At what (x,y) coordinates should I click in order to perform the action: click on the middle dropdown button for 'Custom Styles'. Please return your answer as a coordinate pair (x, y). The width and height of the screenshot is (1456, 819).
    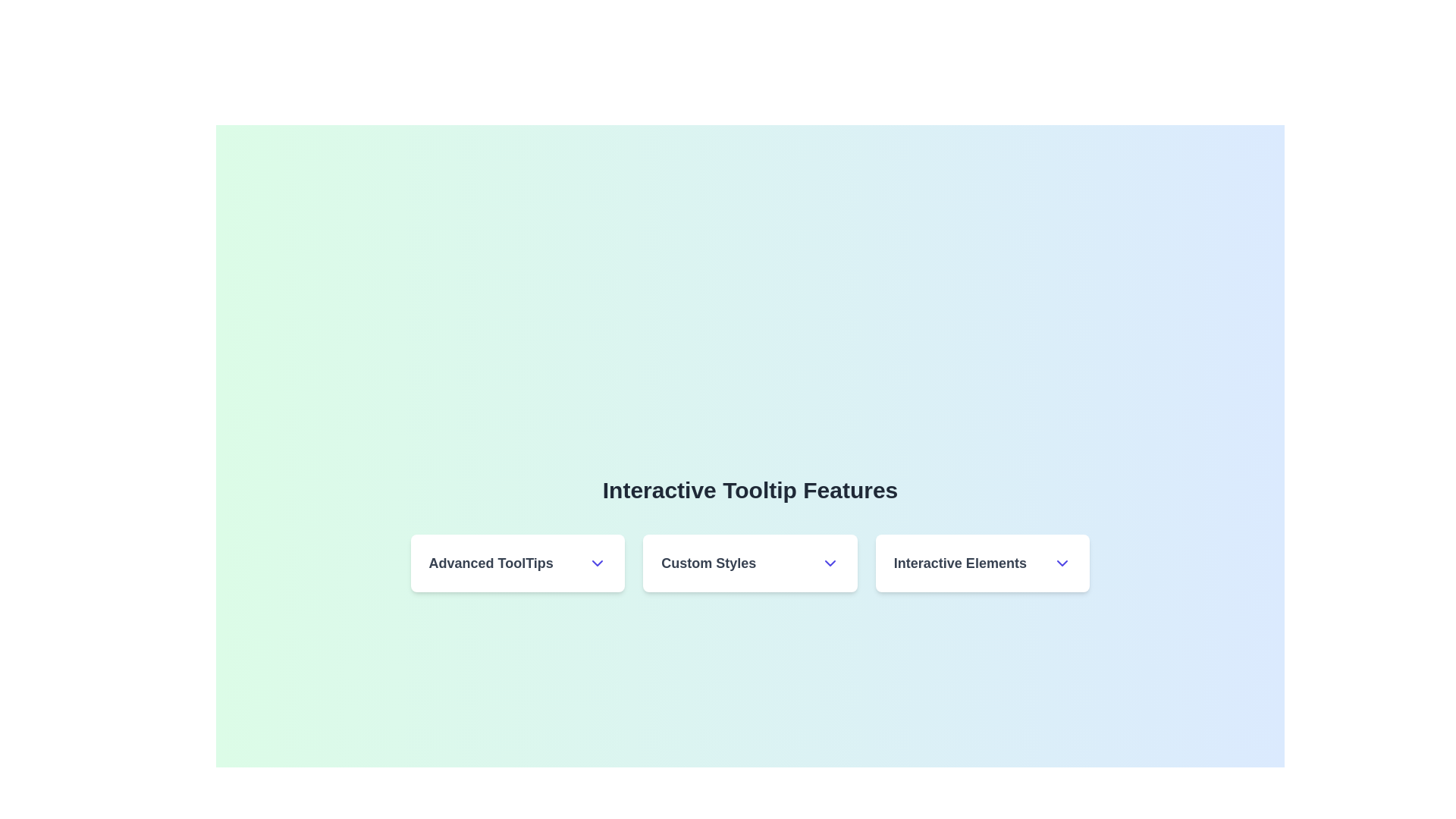
    Looking at the image, I should click on (750, 563).